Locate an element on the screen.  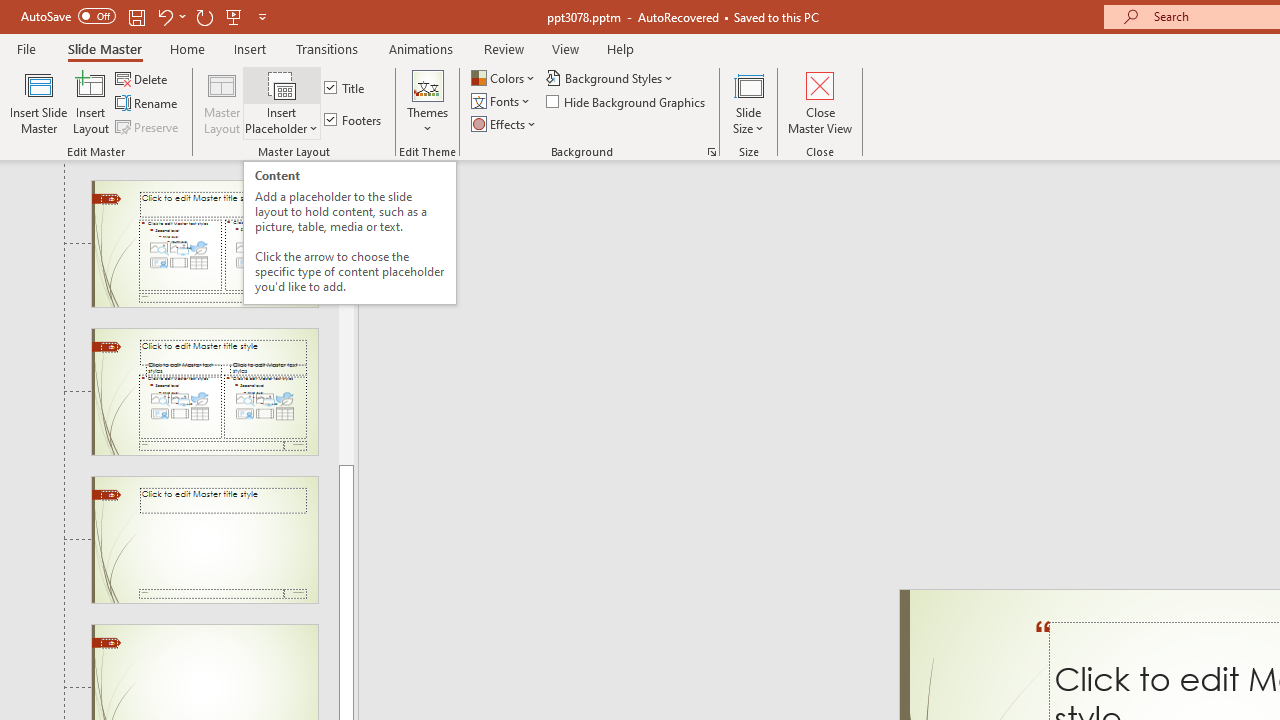
'Insert Placeholder' is located at coordinates (281, 103).